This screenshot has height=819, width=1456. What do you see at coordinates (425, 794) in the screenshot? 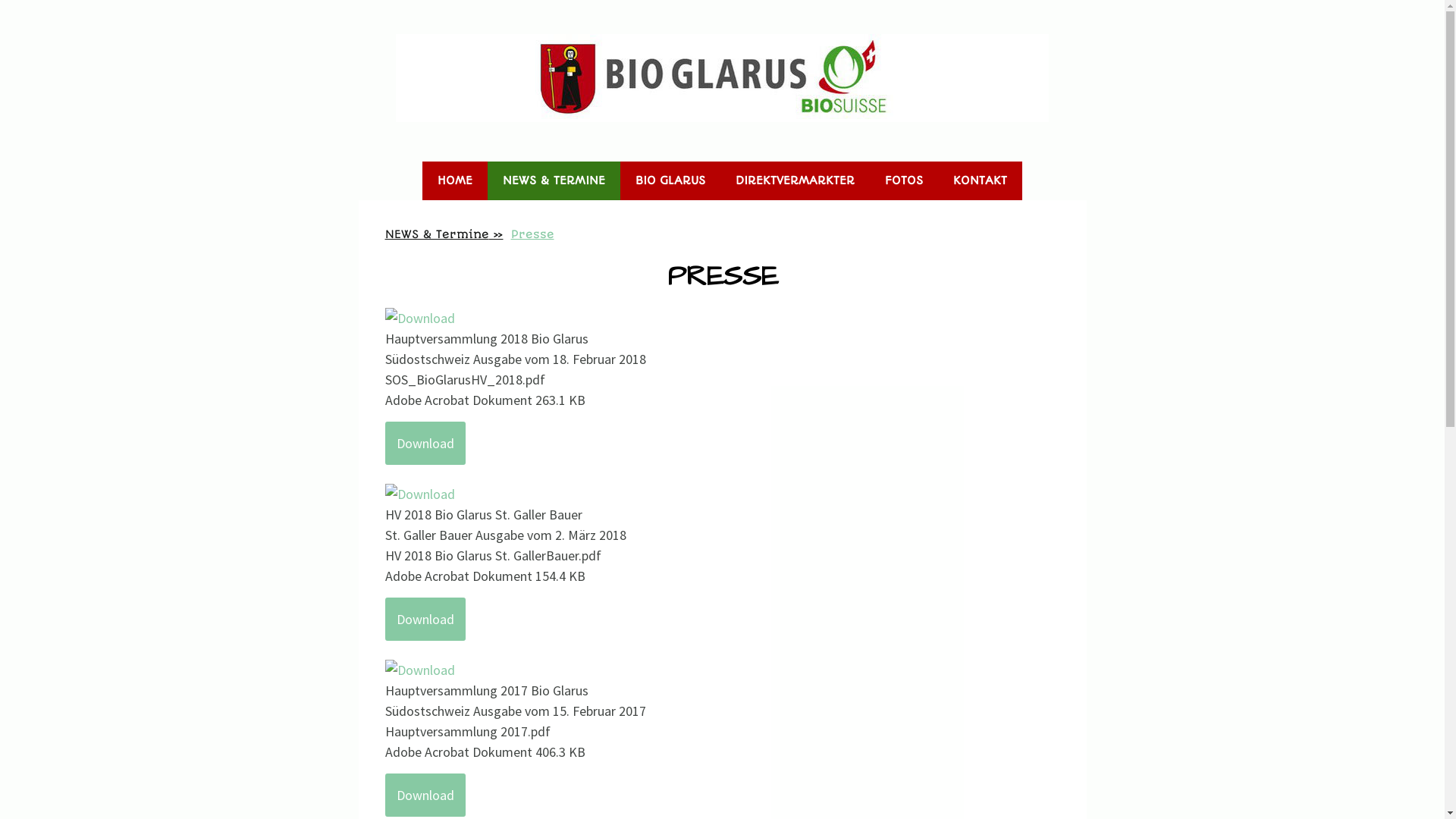
I see `'Download'` at bounding box center [425, 794].